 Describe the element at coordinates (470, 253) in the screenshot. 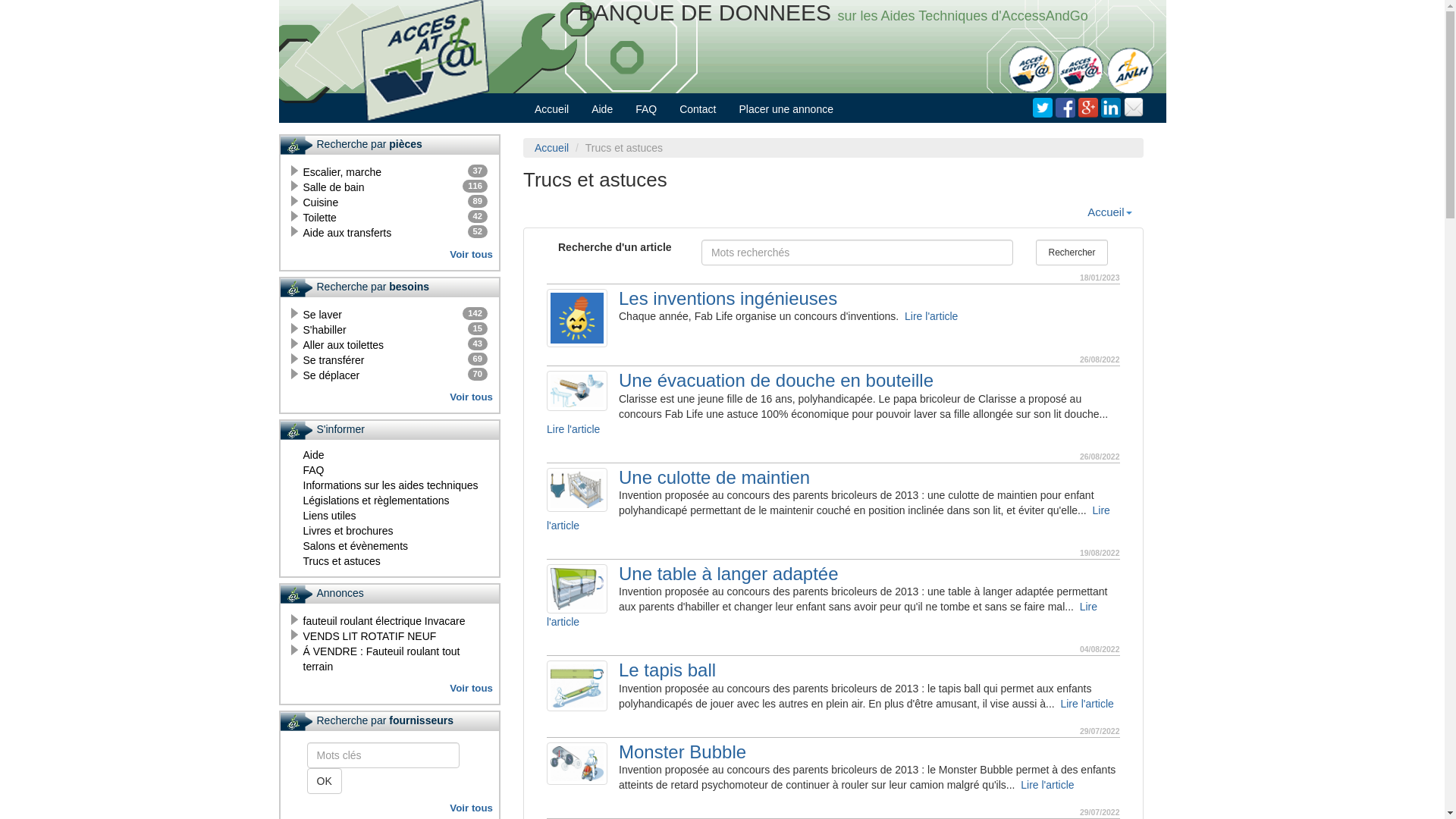

I see `'Voir tous'` at that location.